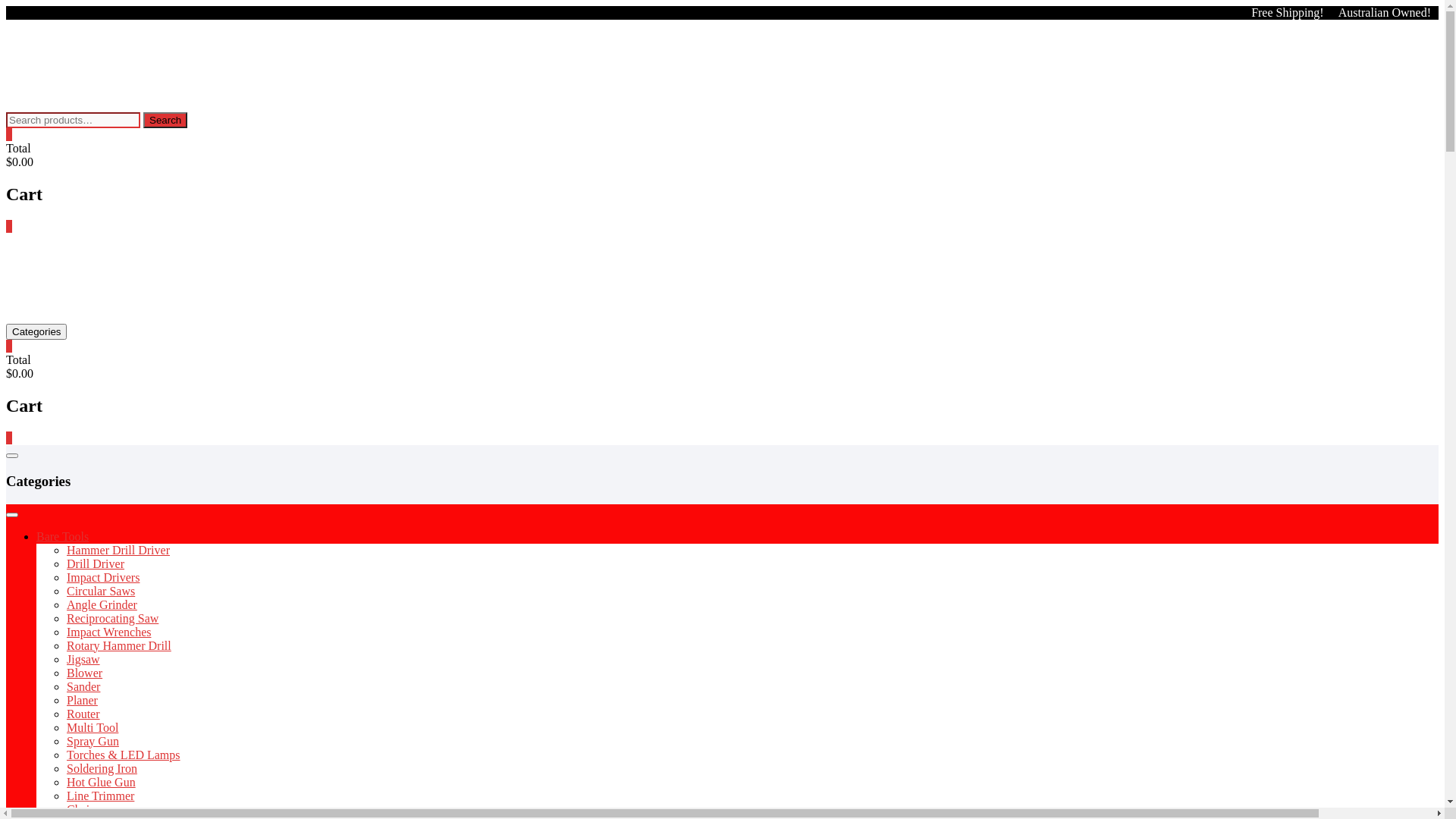 This screenshot has height=819, width=1456. Describe the element at coordinates (100, 782) in the screenshot. I see `'Hot Glue Gun'` at that location.